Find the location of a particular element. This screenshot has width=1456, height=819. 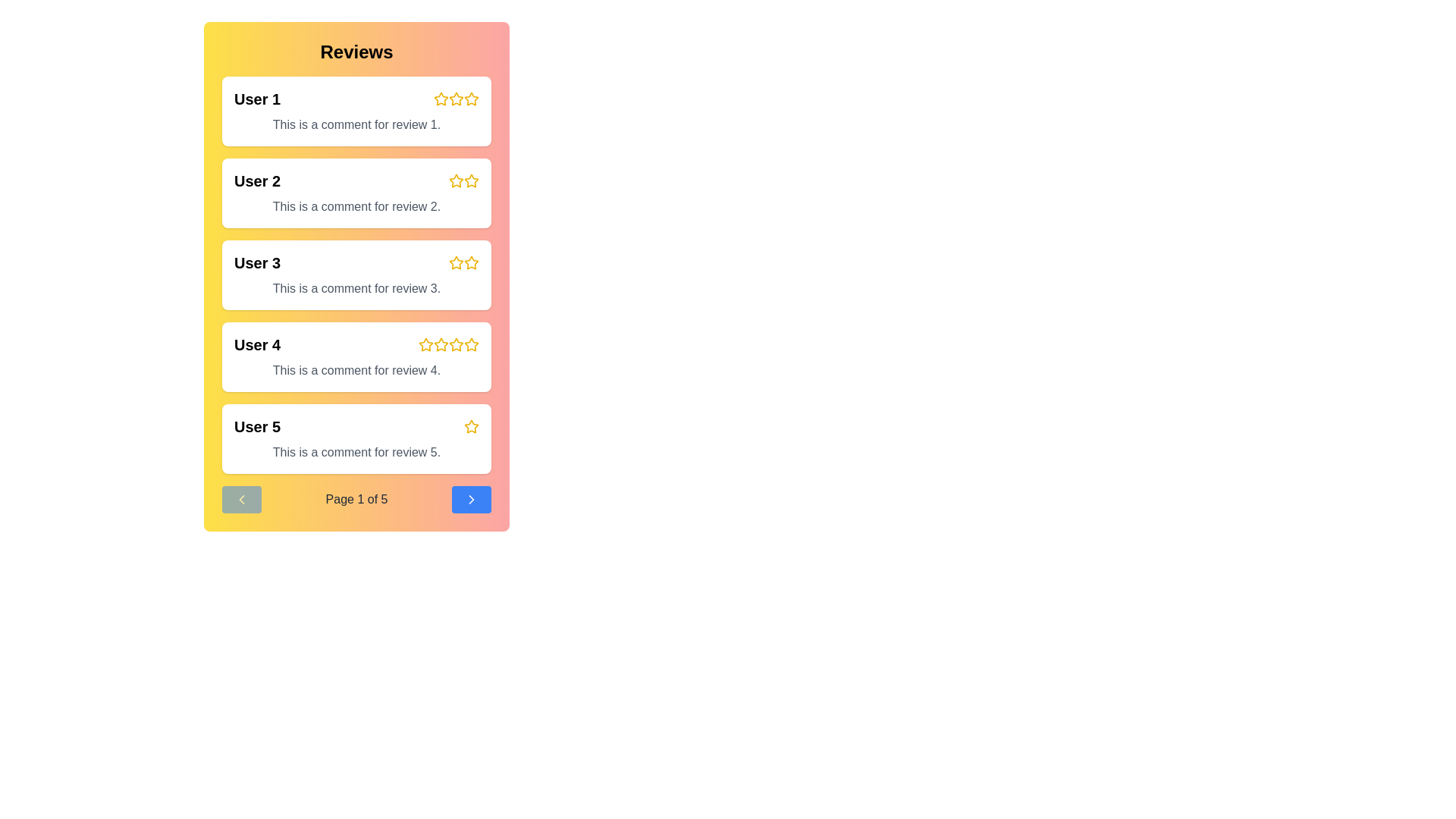

the yellow star-shaped rating icon, which is the fourth star is located at coordinates (469, 344).